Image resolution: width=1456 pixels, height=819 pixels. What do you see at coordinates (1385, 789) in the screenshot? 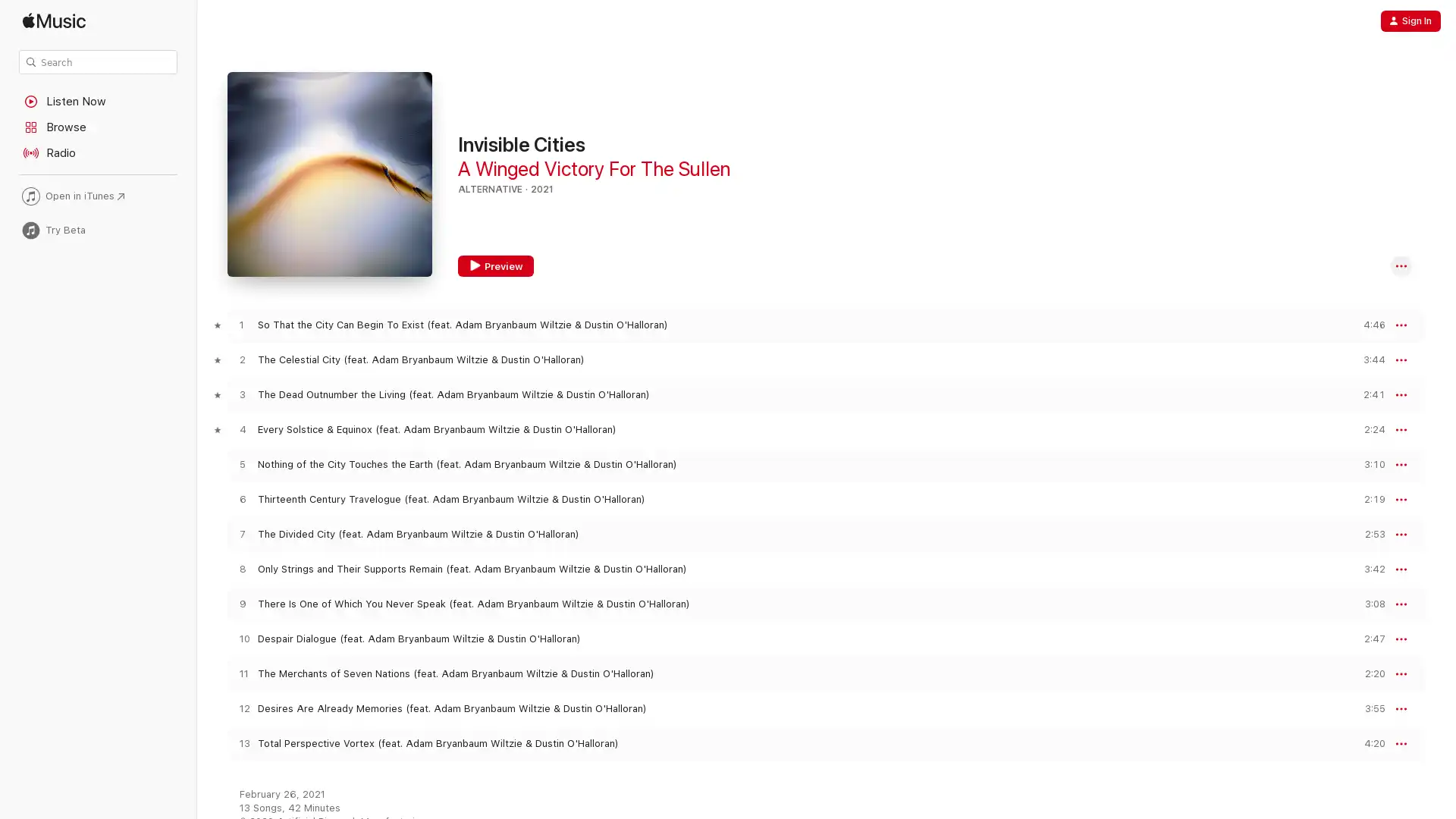
I see `Try It Free` at bounding box center [1385, 789].